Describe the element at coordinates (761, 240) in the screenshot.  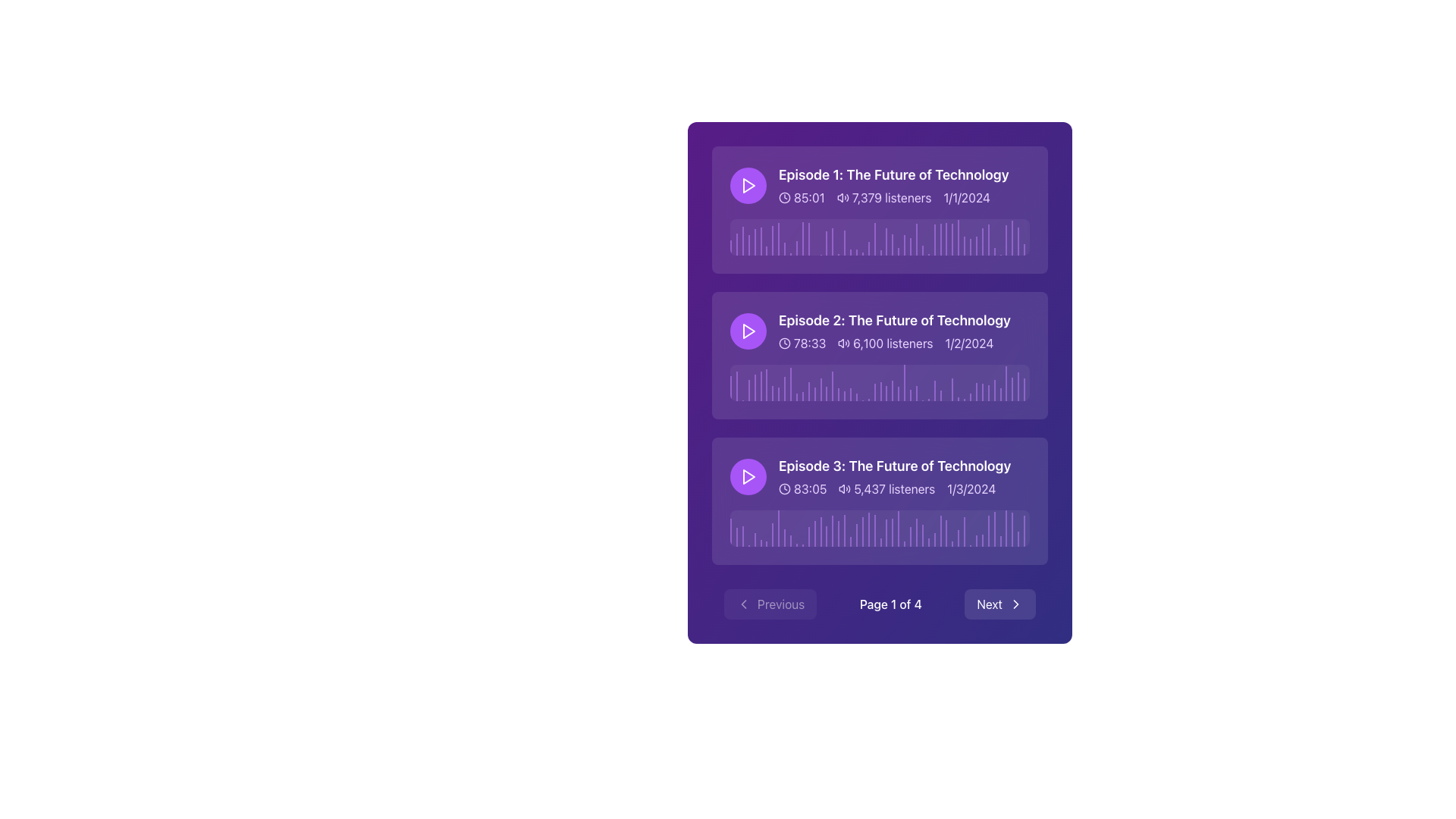
I see `the decorative visual indicator representing a segment of the waveform in the first list item of the audio episodes panel, specifically the 6th segment from the left` at that location.